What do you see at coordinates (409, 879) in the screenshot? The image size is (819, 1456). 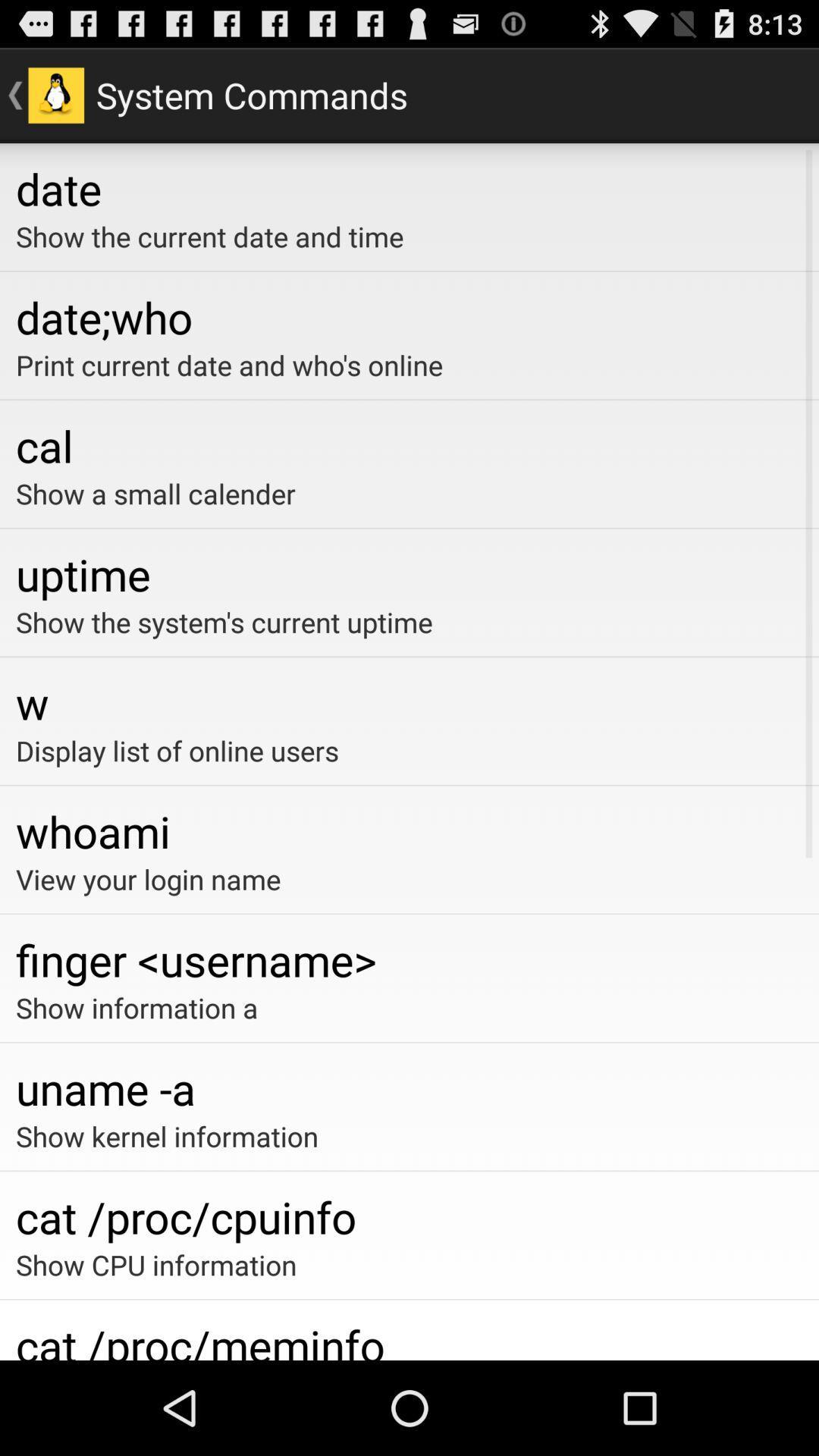 I see `app below whoami` at bounding box center [409, 879].